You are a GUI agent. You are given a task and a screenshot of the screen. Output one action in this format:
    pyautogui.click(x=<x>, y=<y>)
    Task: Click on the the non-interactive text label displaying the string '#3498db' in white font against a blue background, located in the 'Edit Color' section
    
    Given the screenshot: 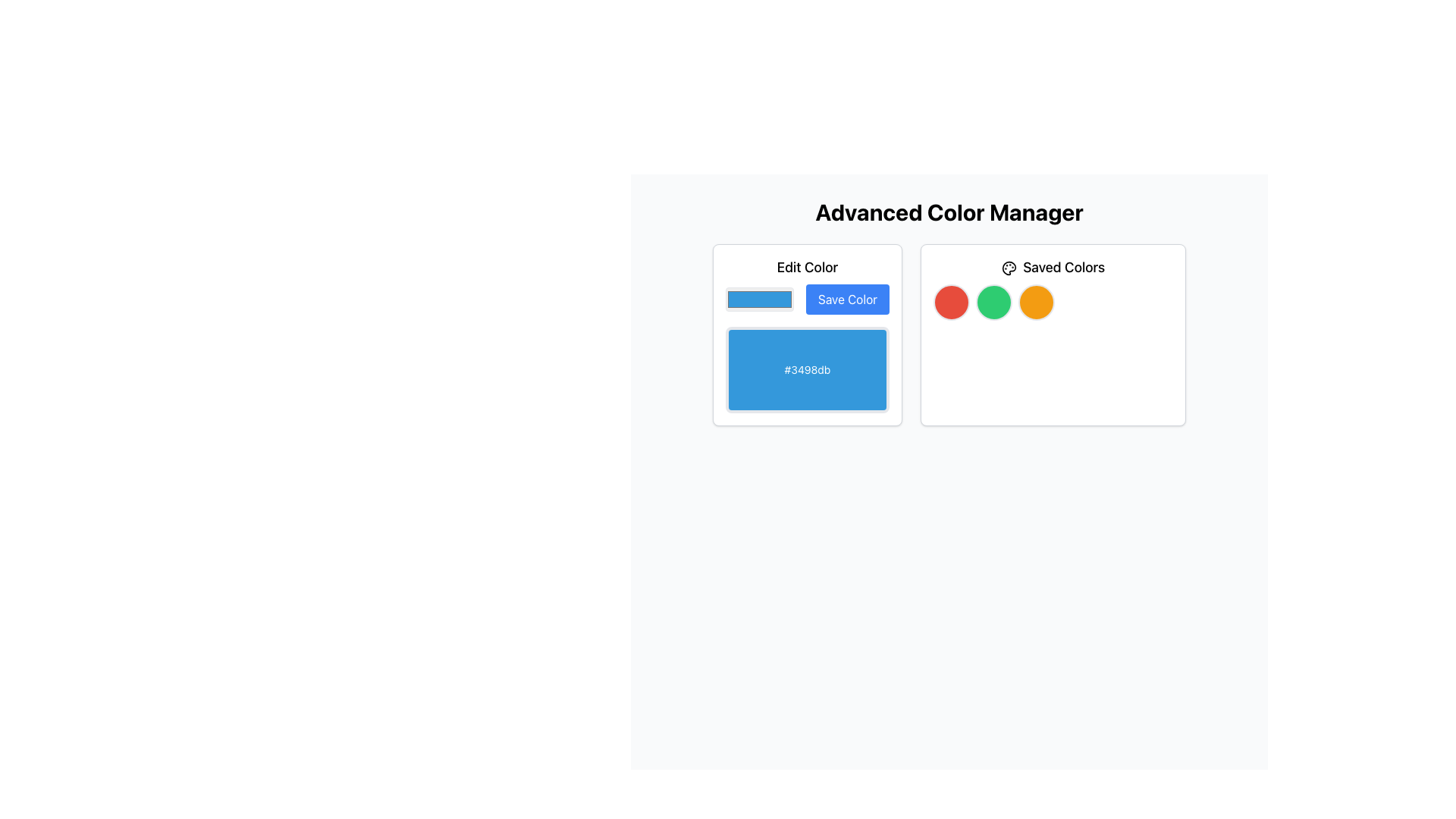 What is the action you would take?
    pyautogui.click(x=807, y=370)
    